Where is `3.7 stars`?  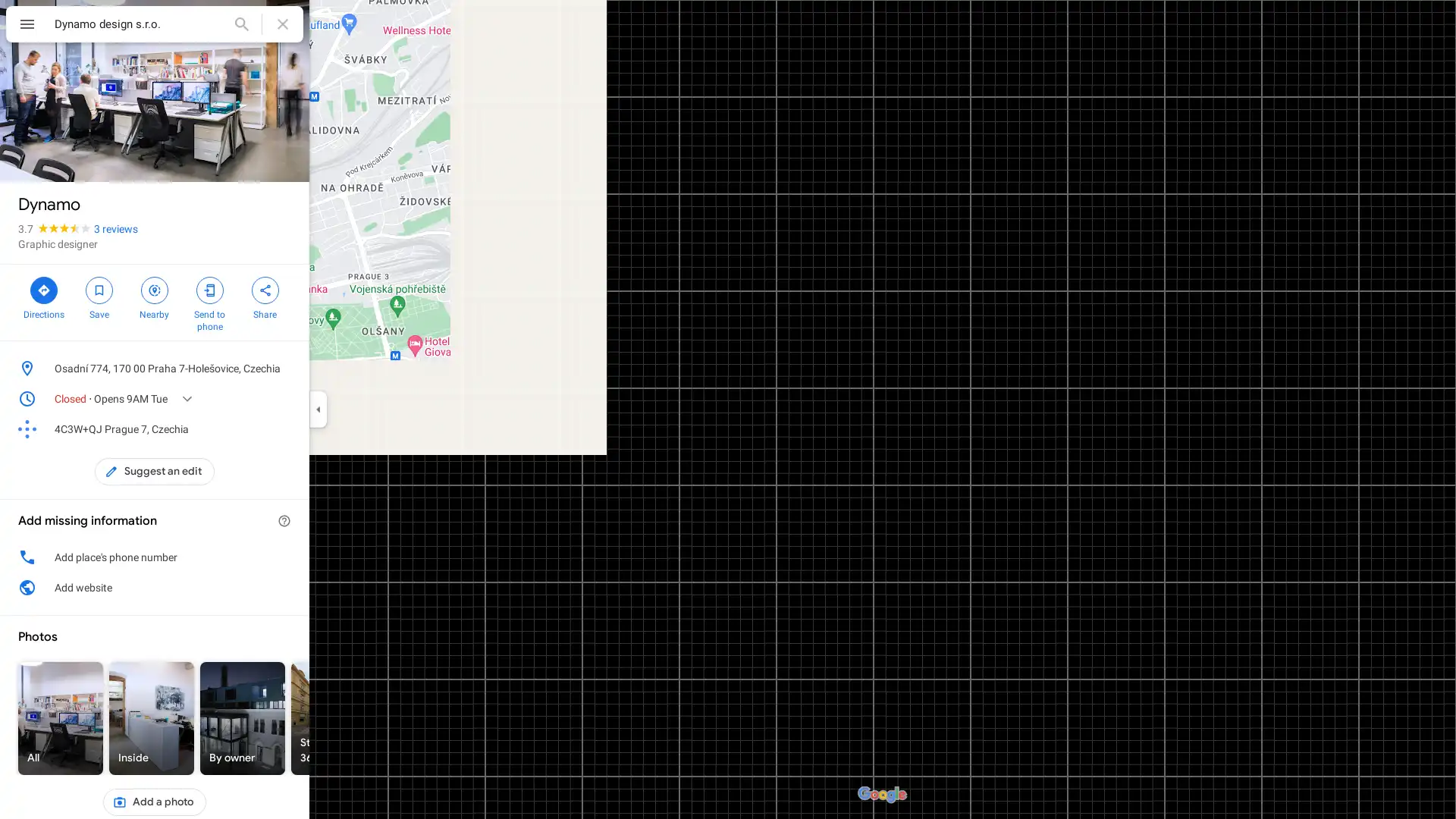 3.7 stars is located at coordinates (55, 228).